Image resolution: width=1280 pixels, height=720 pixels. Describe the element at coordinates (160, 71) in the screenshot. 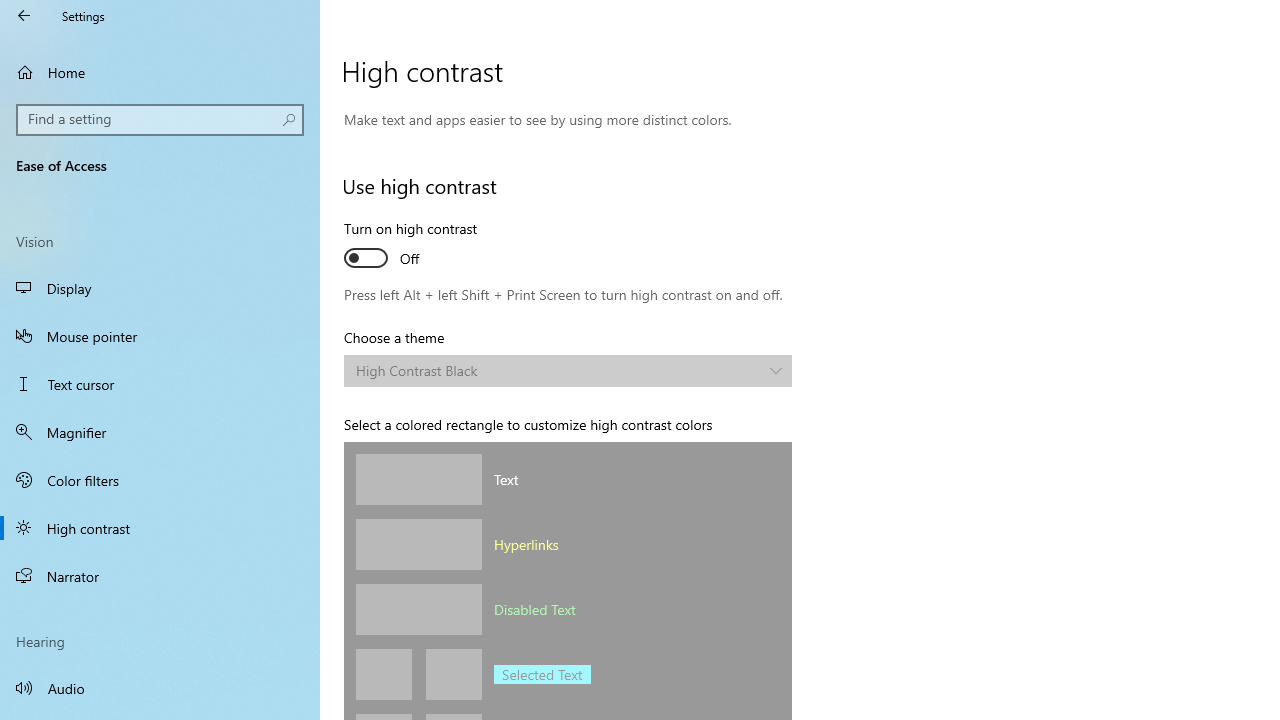

I see `'Home'` at that location.